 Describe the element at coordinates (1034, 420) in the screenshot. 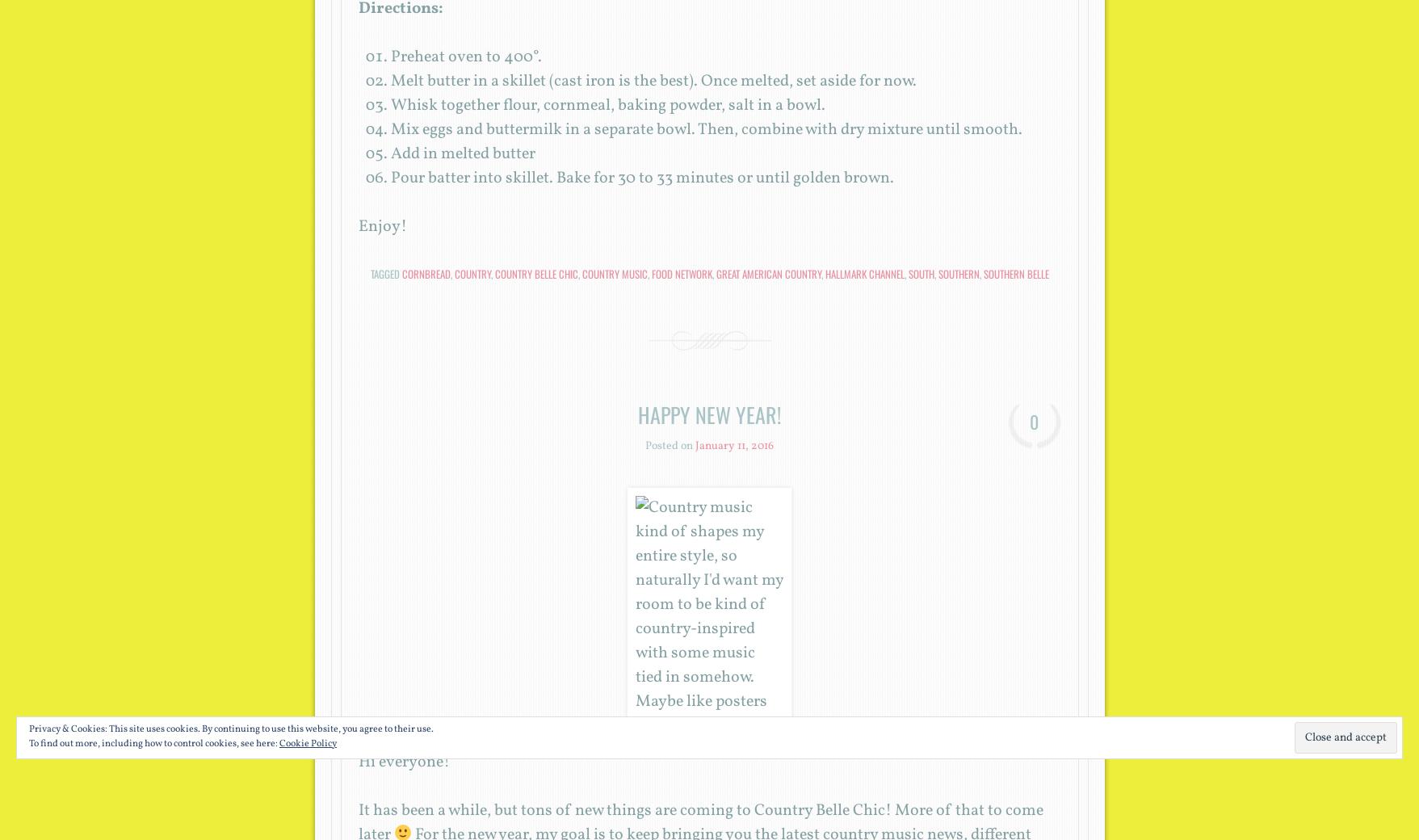

I see `'0'` at that location.